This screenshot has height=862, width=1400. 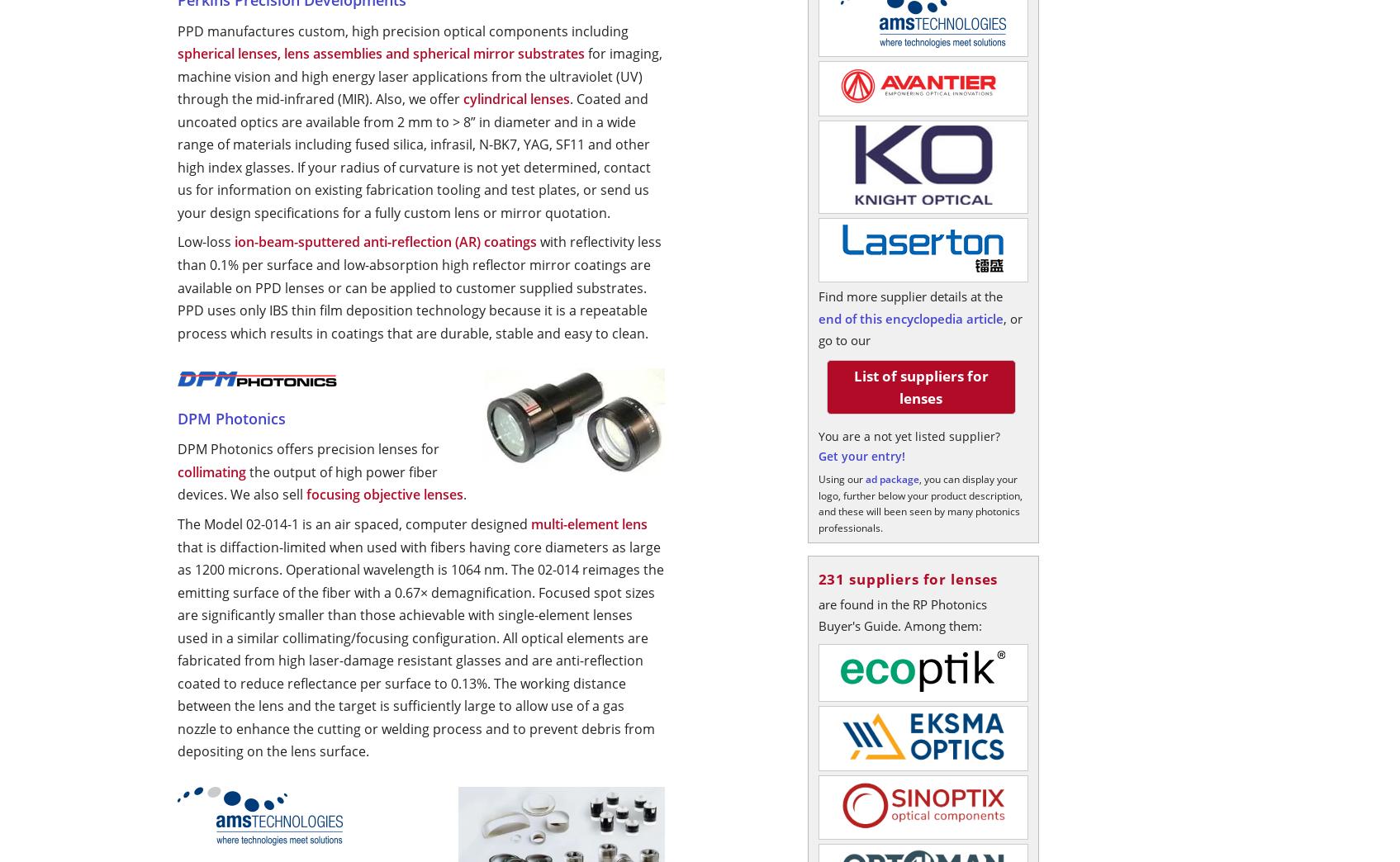 What do you see at coordinates (306, 481) in the screenshot?
I see `'the output of high power fiber devices. We also sell'` at bounding box center [306, 481].